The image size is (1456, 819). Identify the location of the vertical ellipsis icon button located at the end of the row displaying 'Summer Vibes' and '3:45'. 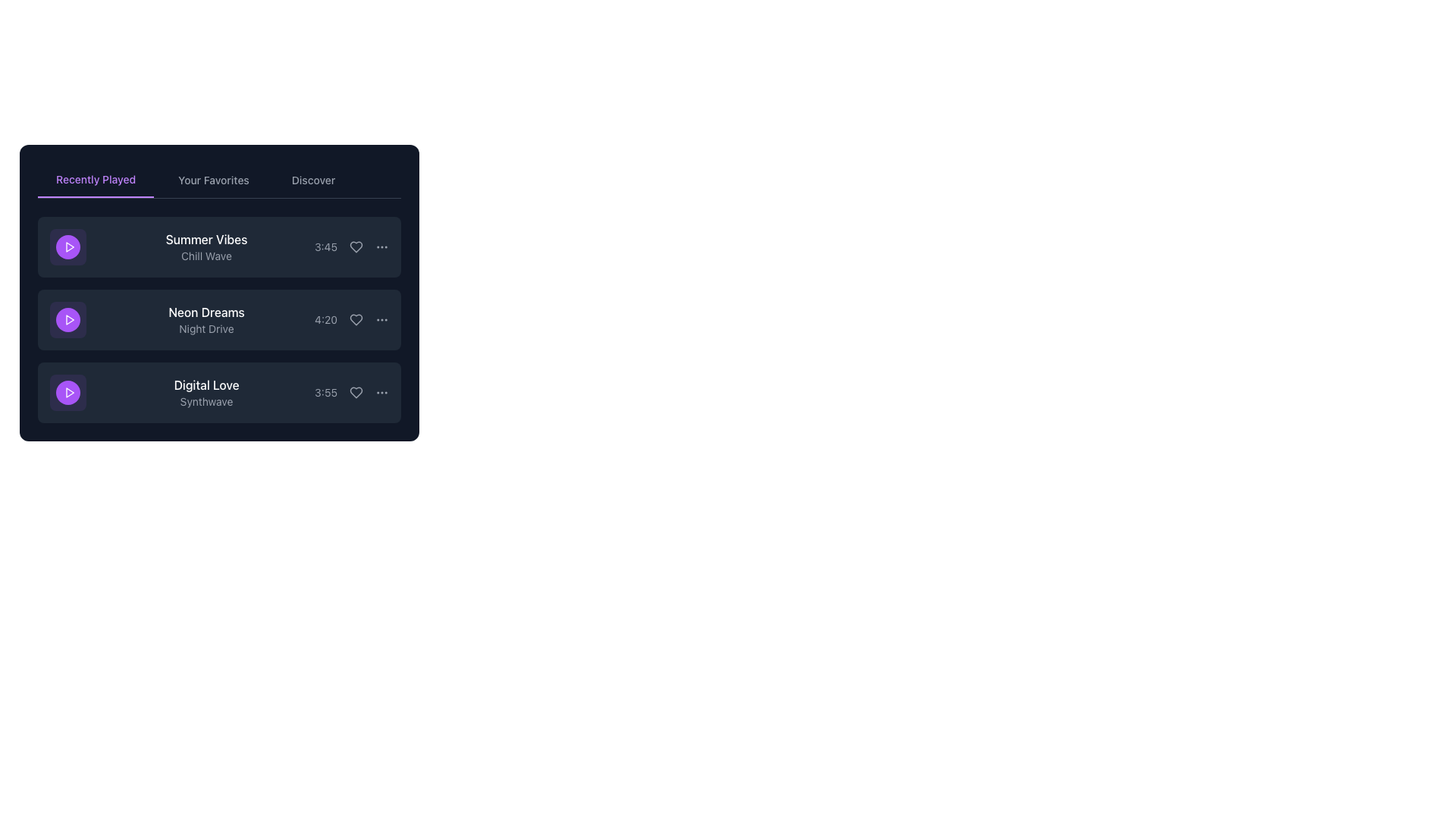
(382, 246).